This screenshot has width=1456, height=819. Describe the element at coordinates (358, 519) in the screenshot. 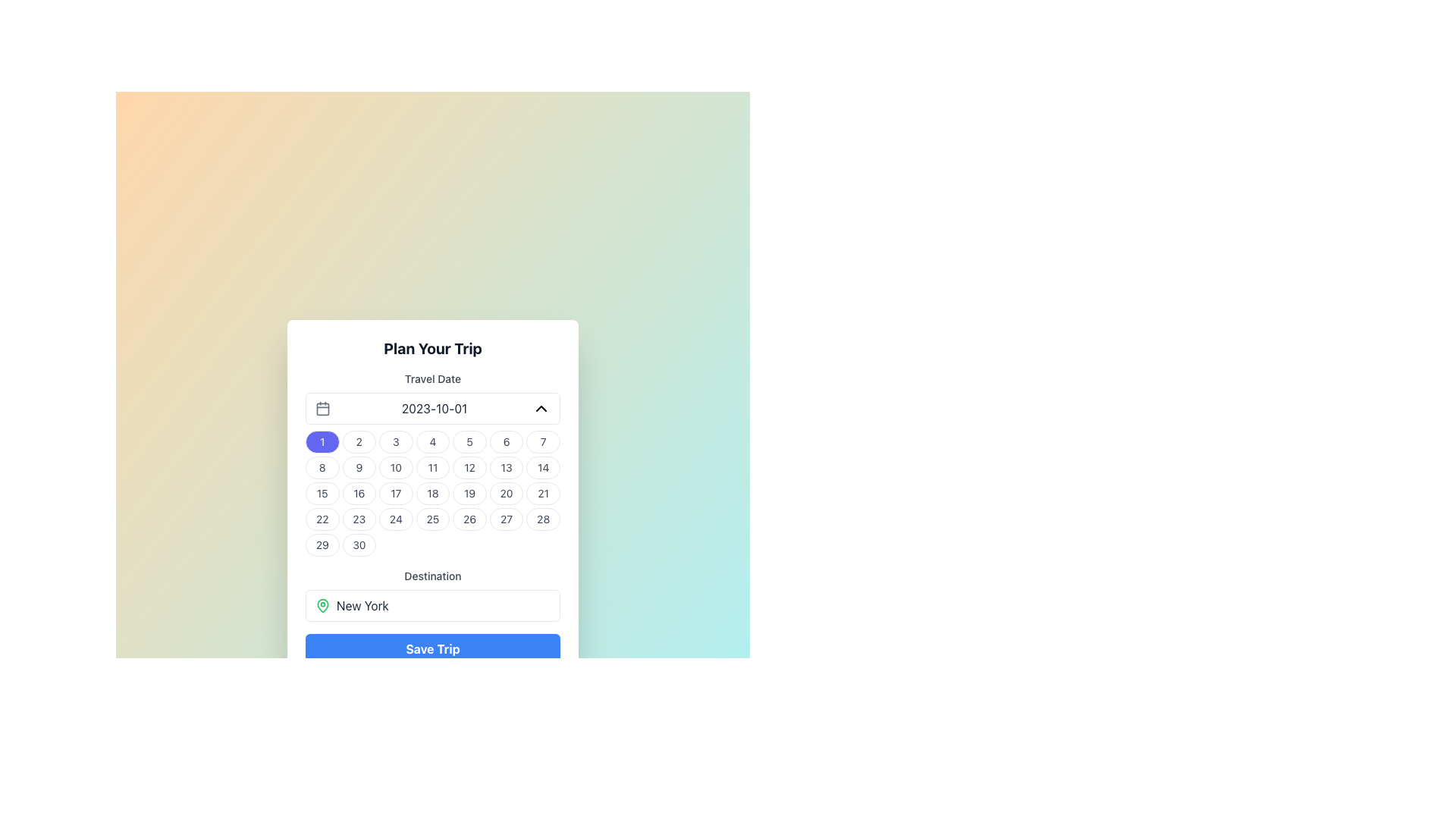

I see `the circular button displaying the number '23' in the second column of the fourth row within the calendar interface` at that location.